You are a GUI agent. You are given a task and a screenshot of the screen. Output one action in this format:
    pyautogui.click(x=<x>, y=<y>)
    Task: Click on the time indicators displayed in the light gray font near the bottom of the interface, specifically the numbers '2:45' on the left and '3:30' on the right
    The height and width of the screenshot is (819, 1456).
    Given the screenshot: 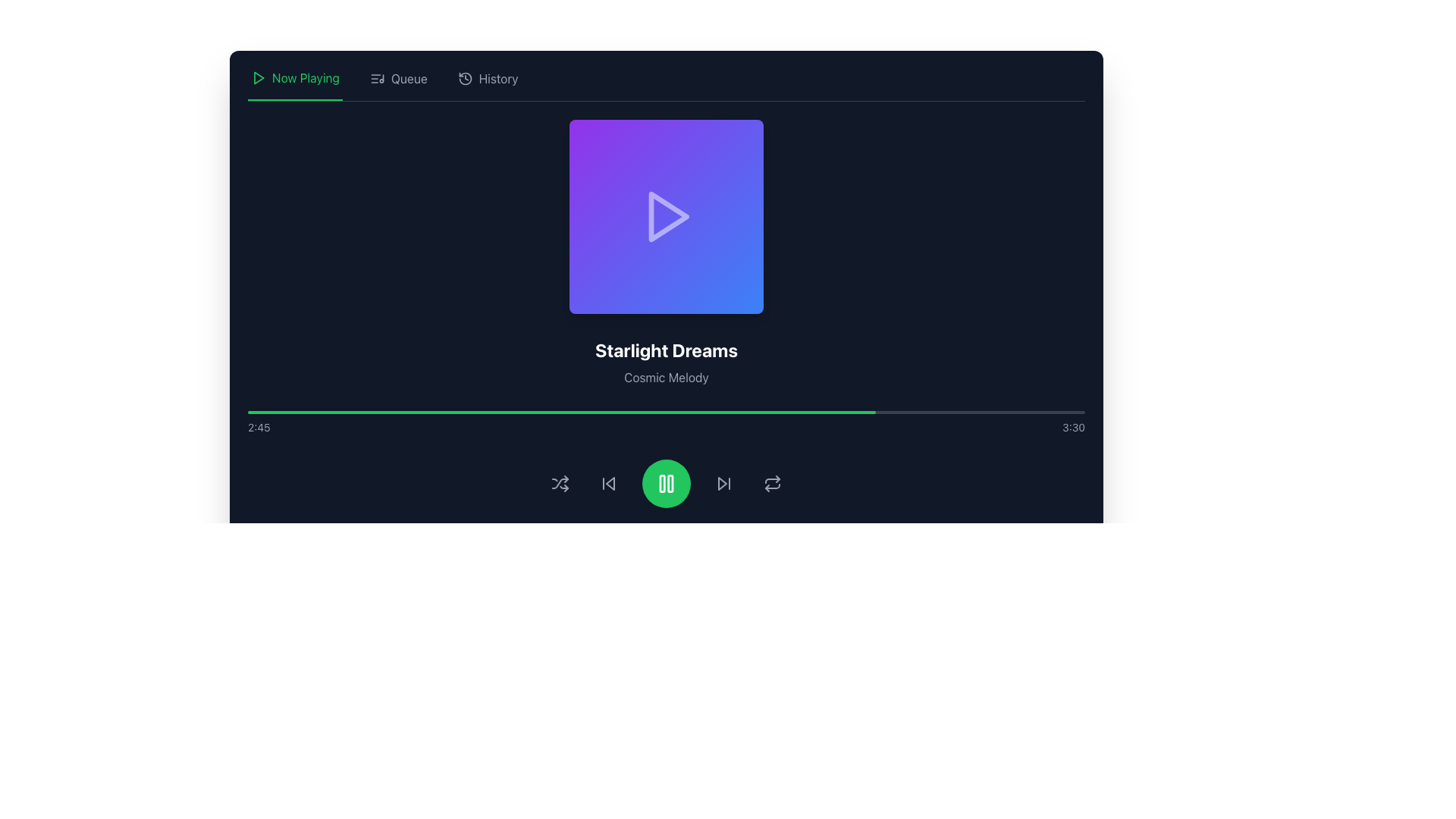 What is the action you would take?
    pyautogui.click(x=666, y=427)
    